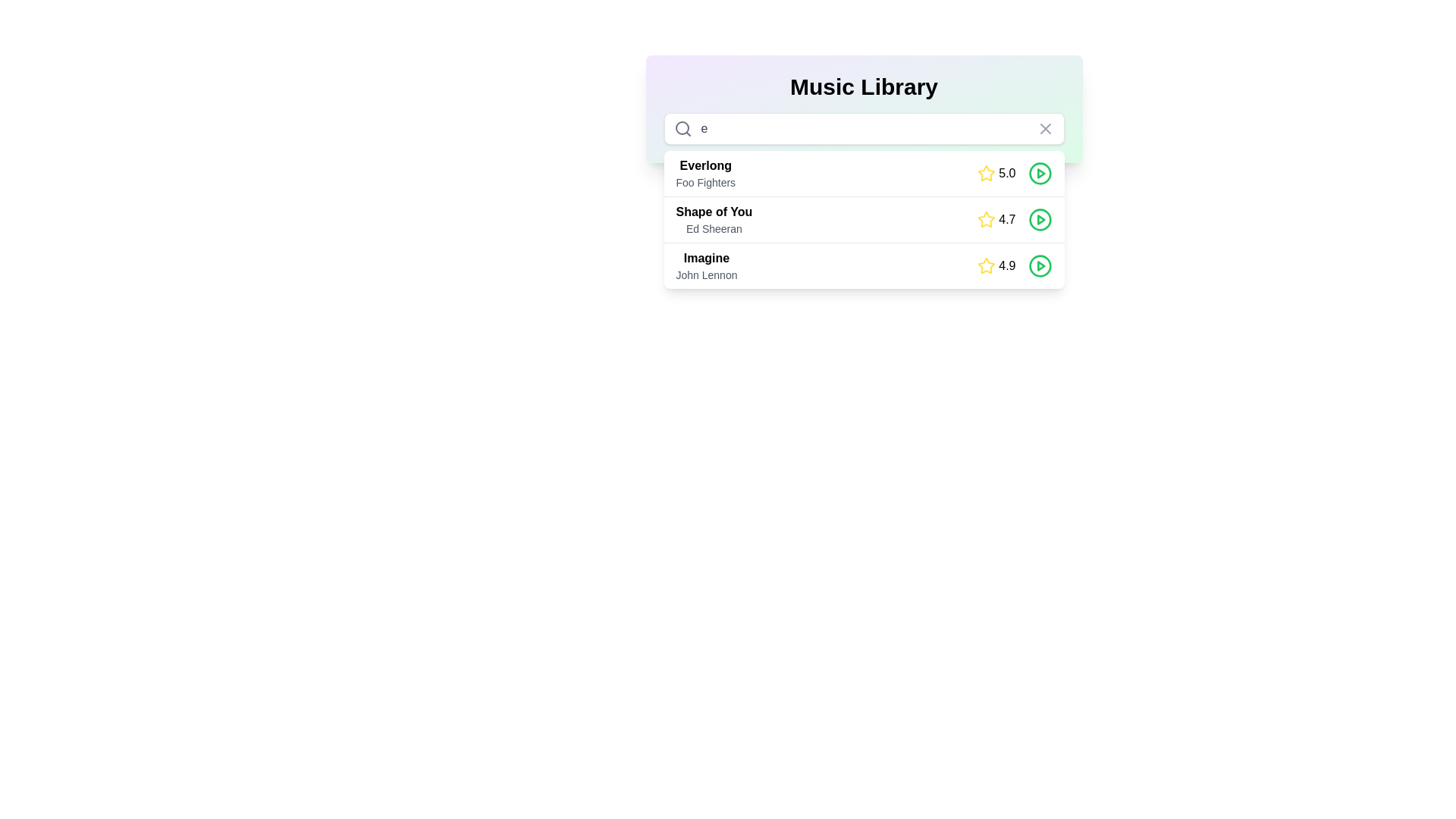  Describe the element at coordinates (1015, 219) in the screenshot. I see `the text label indicating the rating value '4.7' for the song 'Shape of You' located in the second row of the song list in the 'Music Library' interface` at that location.